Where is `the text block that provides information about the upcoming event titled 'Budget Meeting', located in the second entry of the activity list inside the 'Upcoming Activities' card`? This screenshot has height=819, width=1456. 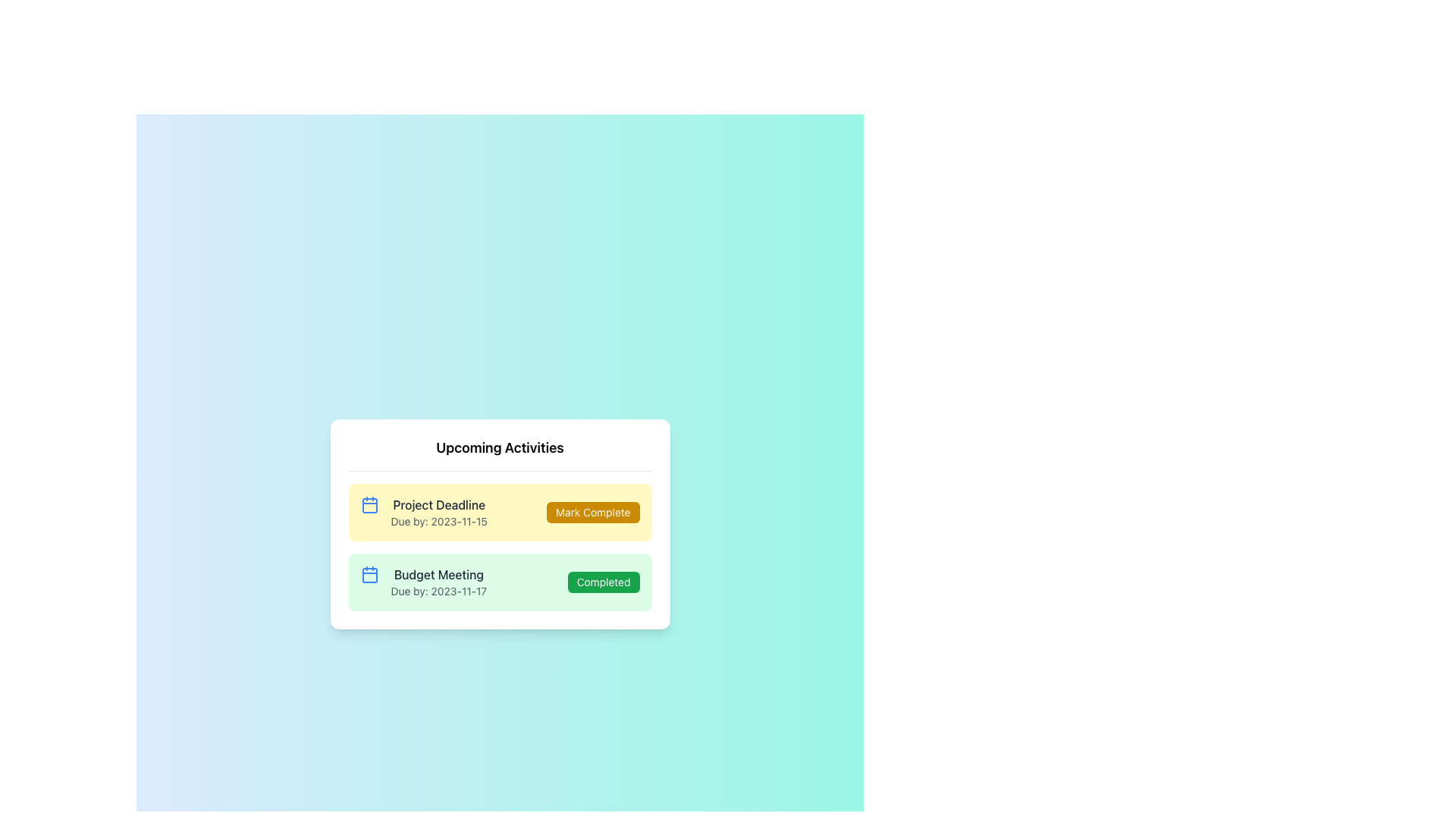
the text block that provides information about the upcoming event titled 'Budget Meeting', located in the second entry of the activity list inside the 'Upcoming Activities' card is located at coordinates (438, 581).